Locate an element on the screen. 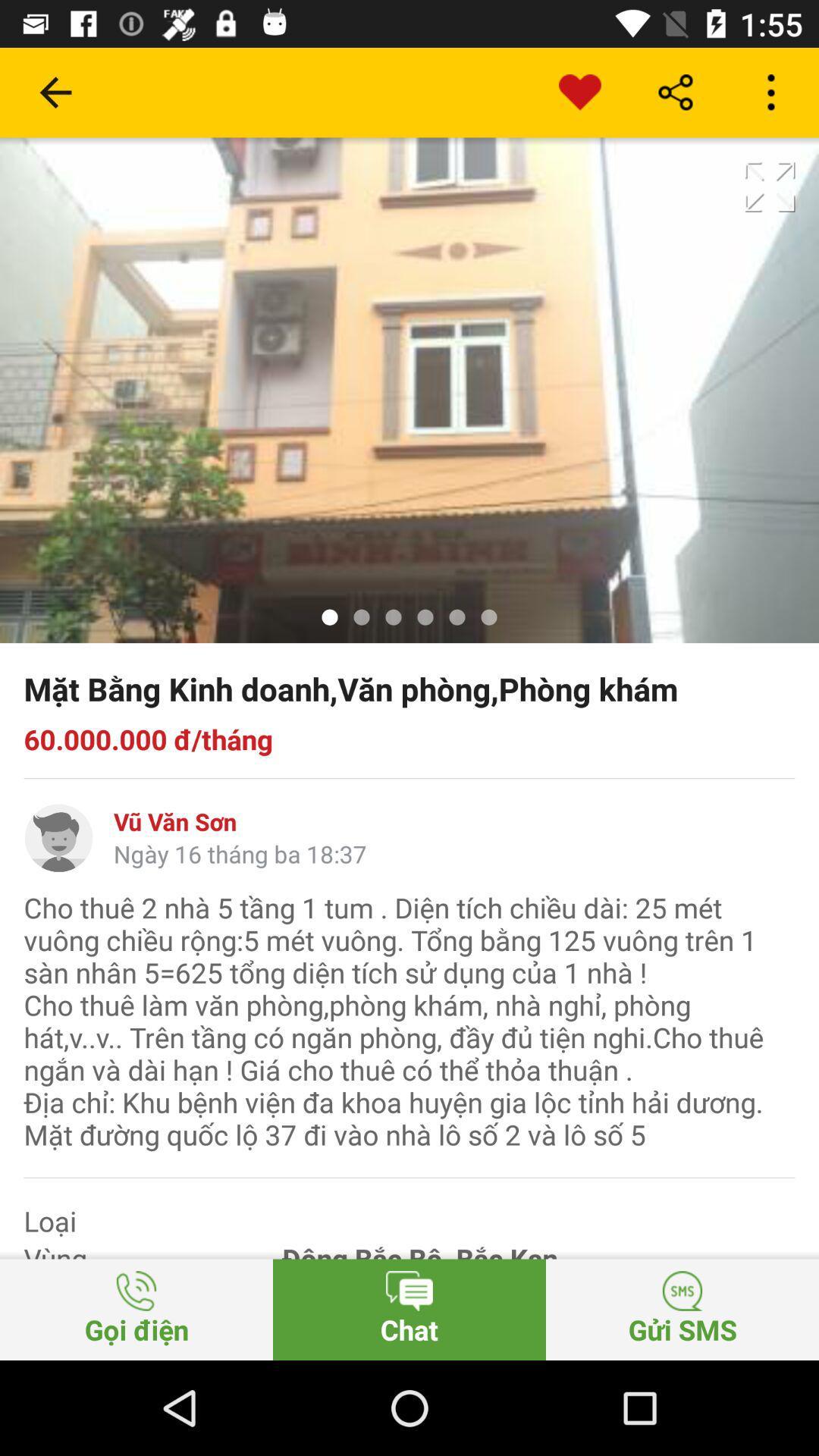 The height and width of the screenshot is (1456, 819). chat is located at coordinates (409, 1309).